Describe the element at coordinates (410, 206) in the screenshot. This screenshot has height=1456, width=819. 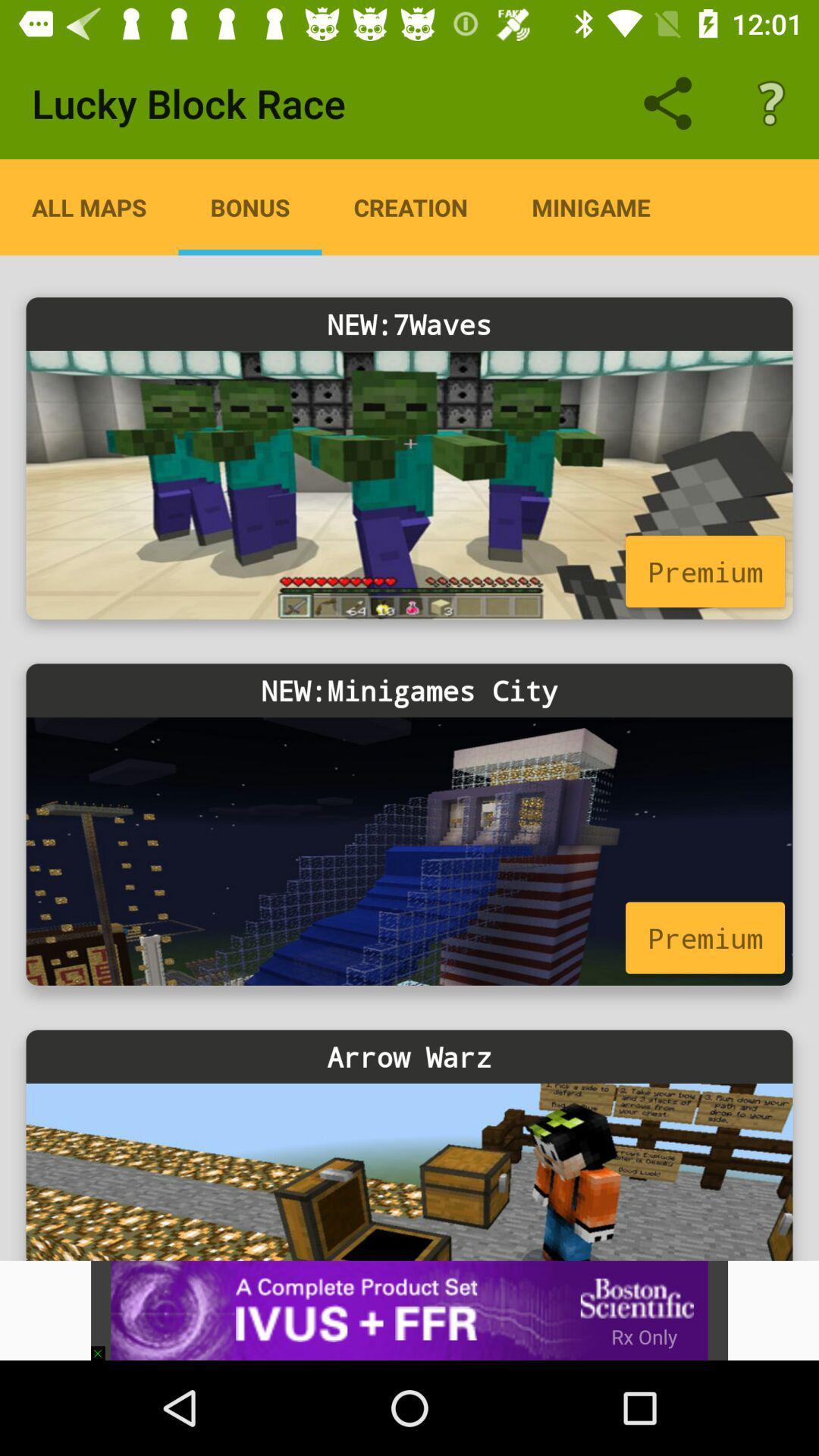
I see `item above the new:7waves item` at that location.